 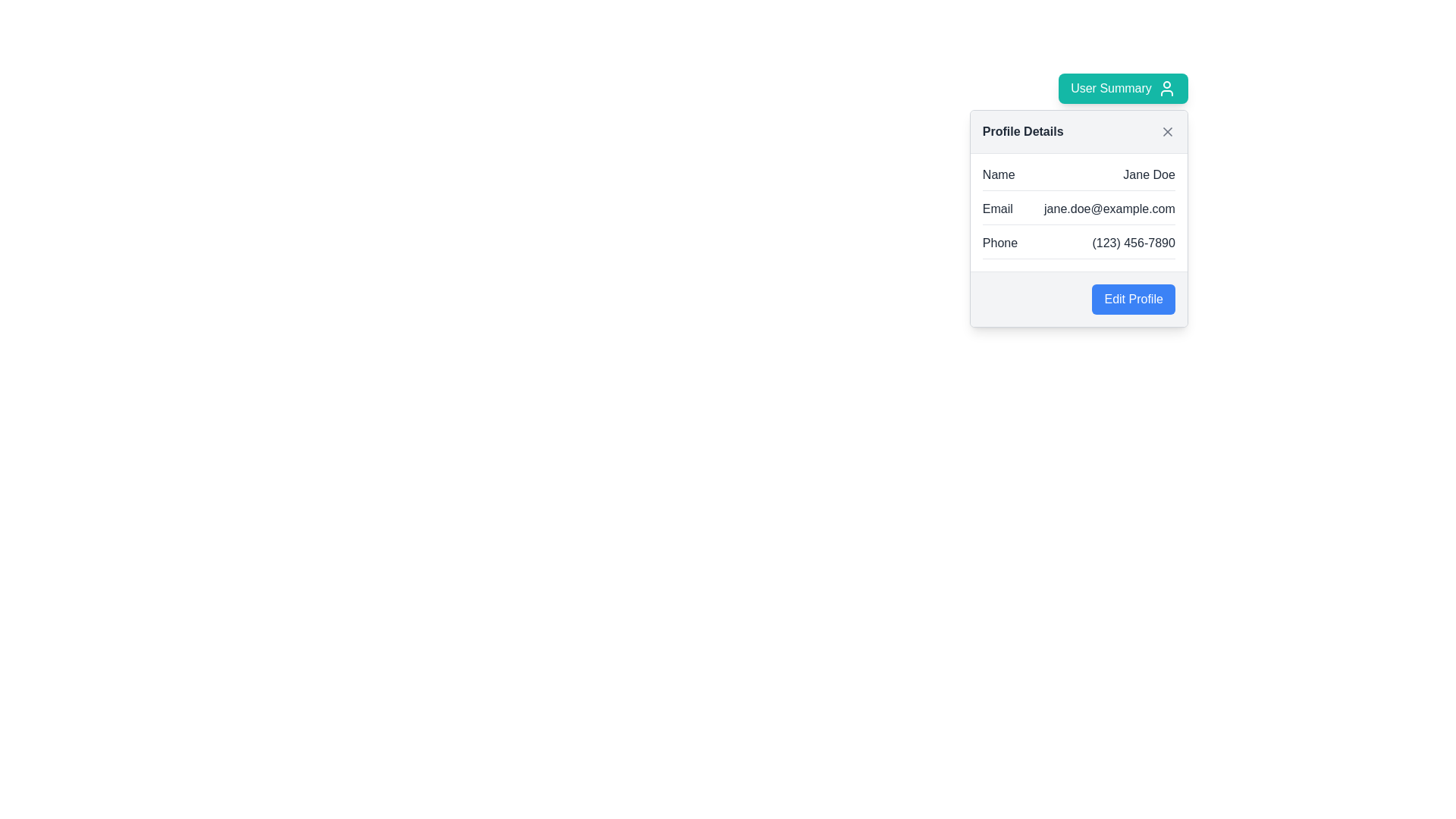 What do you see at coordinates (1123, 88) in the screenshot?
I see `the button that toggles user summary information, which is positioned at the top of the panel above the 'Profile Details' section` at bounding box center [1123, 88].